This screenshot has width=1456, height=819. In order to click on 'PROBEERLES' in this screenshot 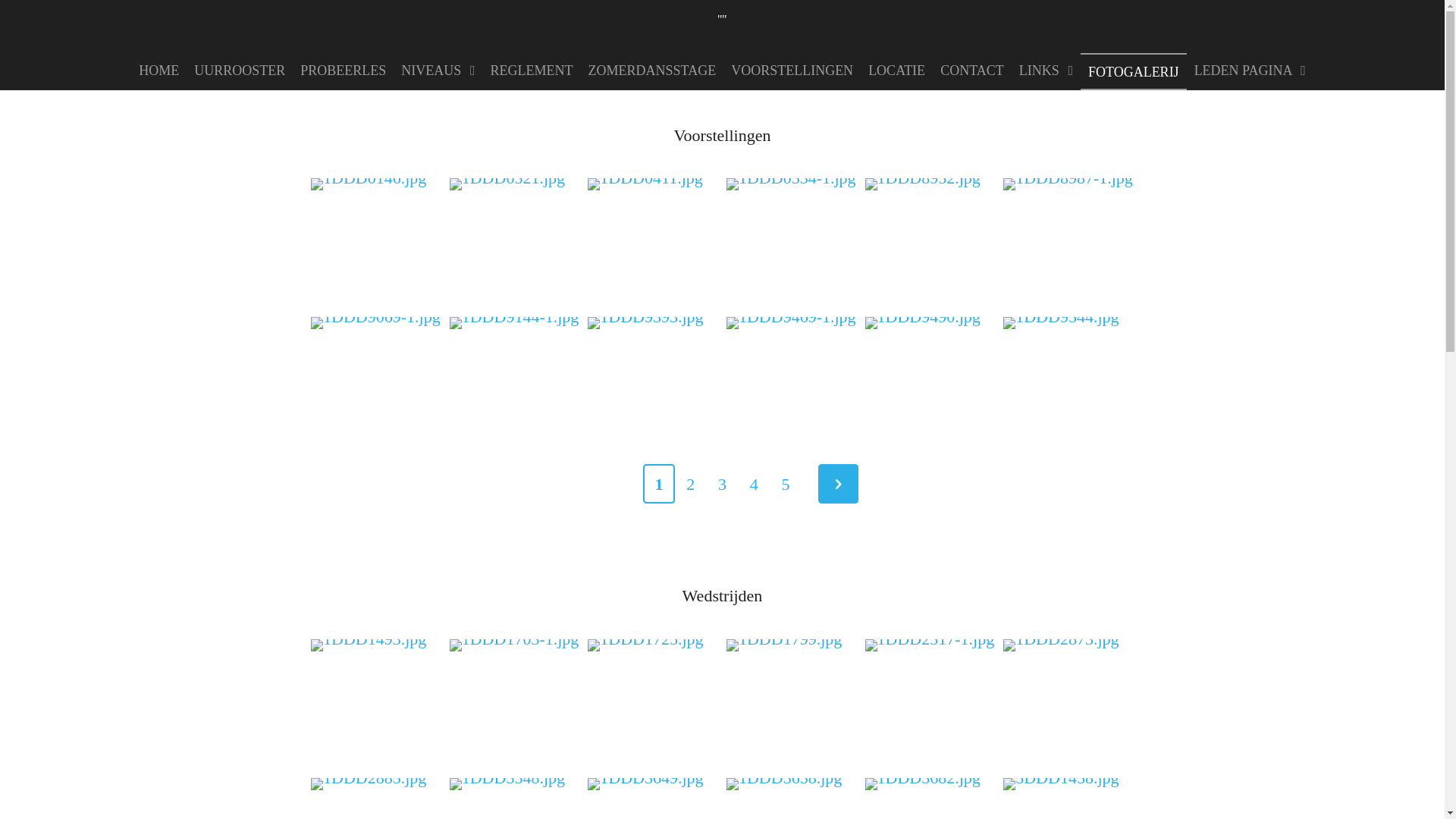, I will do `click(342, 70)`.